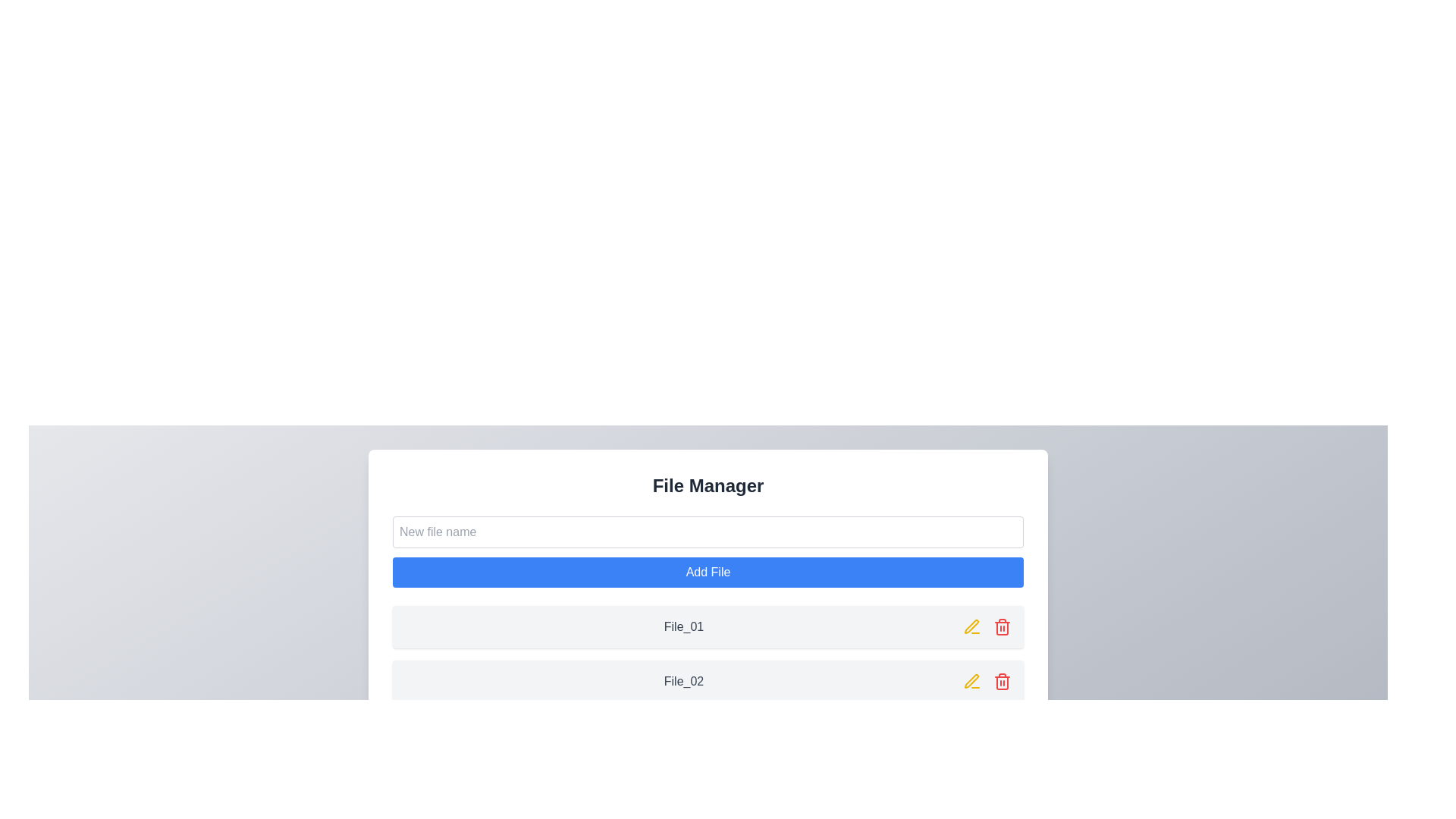  What do you see at coordinates (971, 626) in the screenshot?
I see `the edit icon button located to the right of the 'File_01' row` at bounding box center [971, 626].